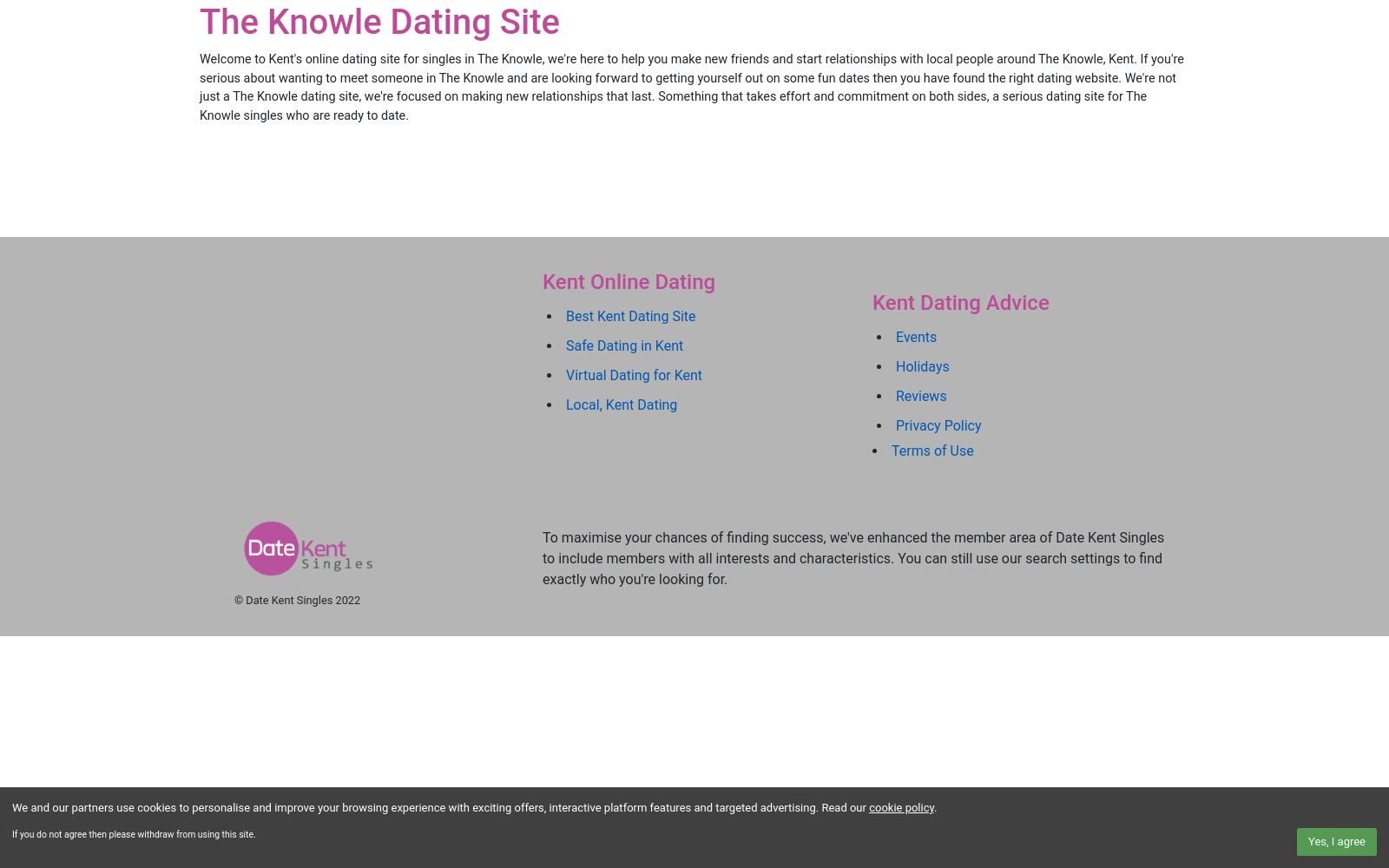 The height and width of the screenshot is (868, 1389). I want to click on 'Events', so click(916, 336).